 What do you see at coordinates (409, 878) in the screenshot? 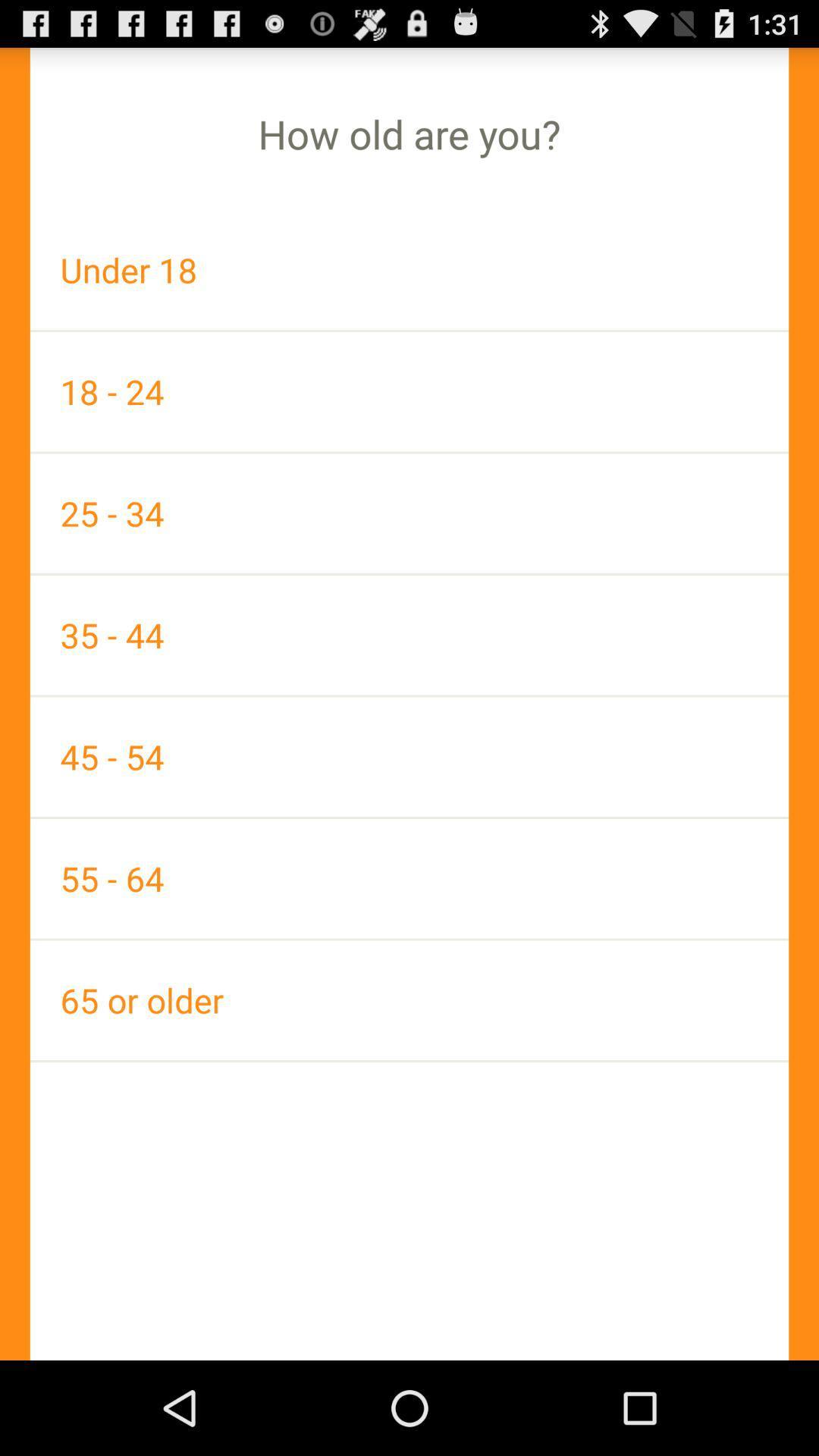
I see `the 55 - 64 app` at bounding box center [409, 878].